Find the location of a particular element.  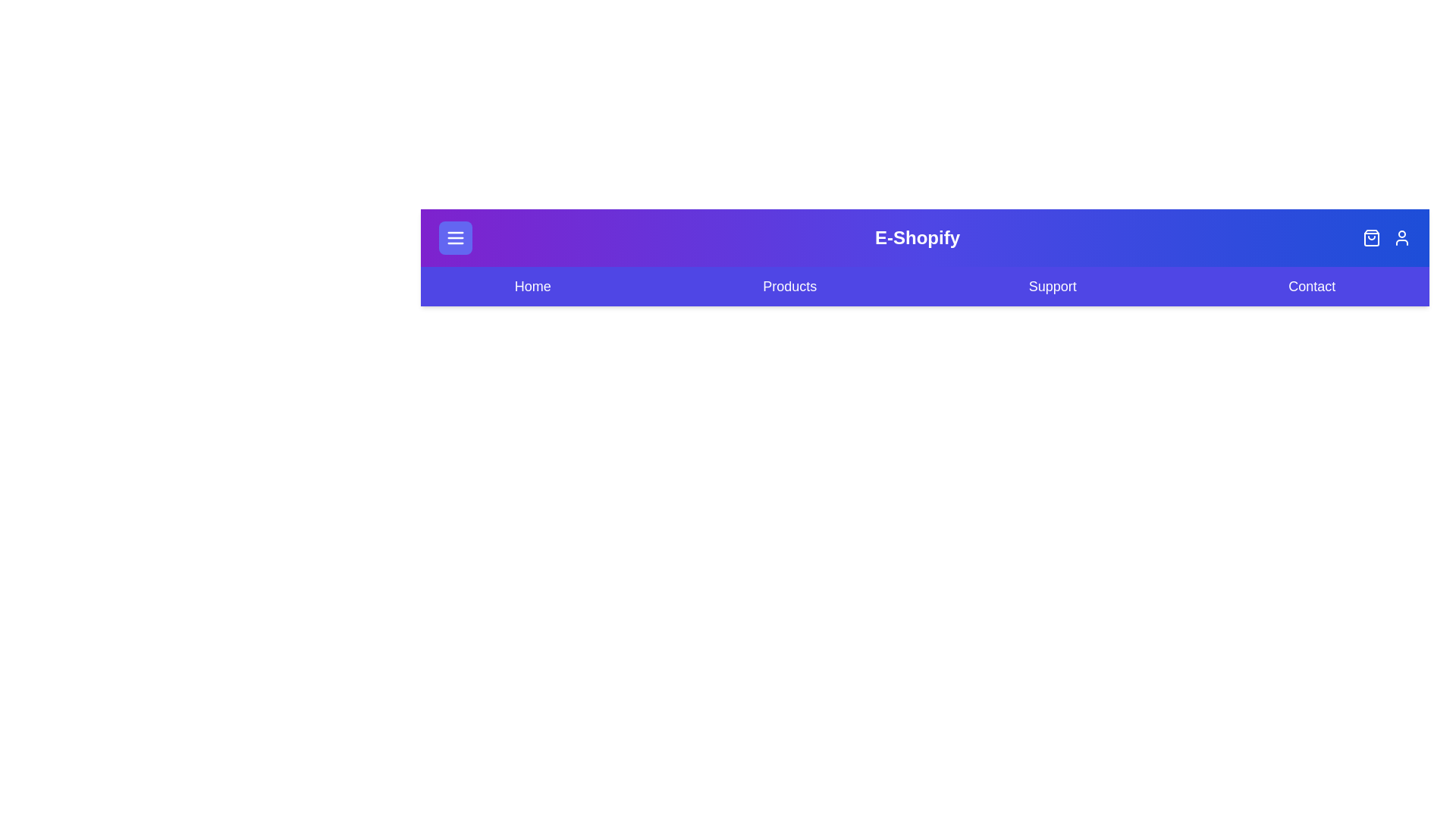

the navigation menu item Products is located at coordinates (789, 287).